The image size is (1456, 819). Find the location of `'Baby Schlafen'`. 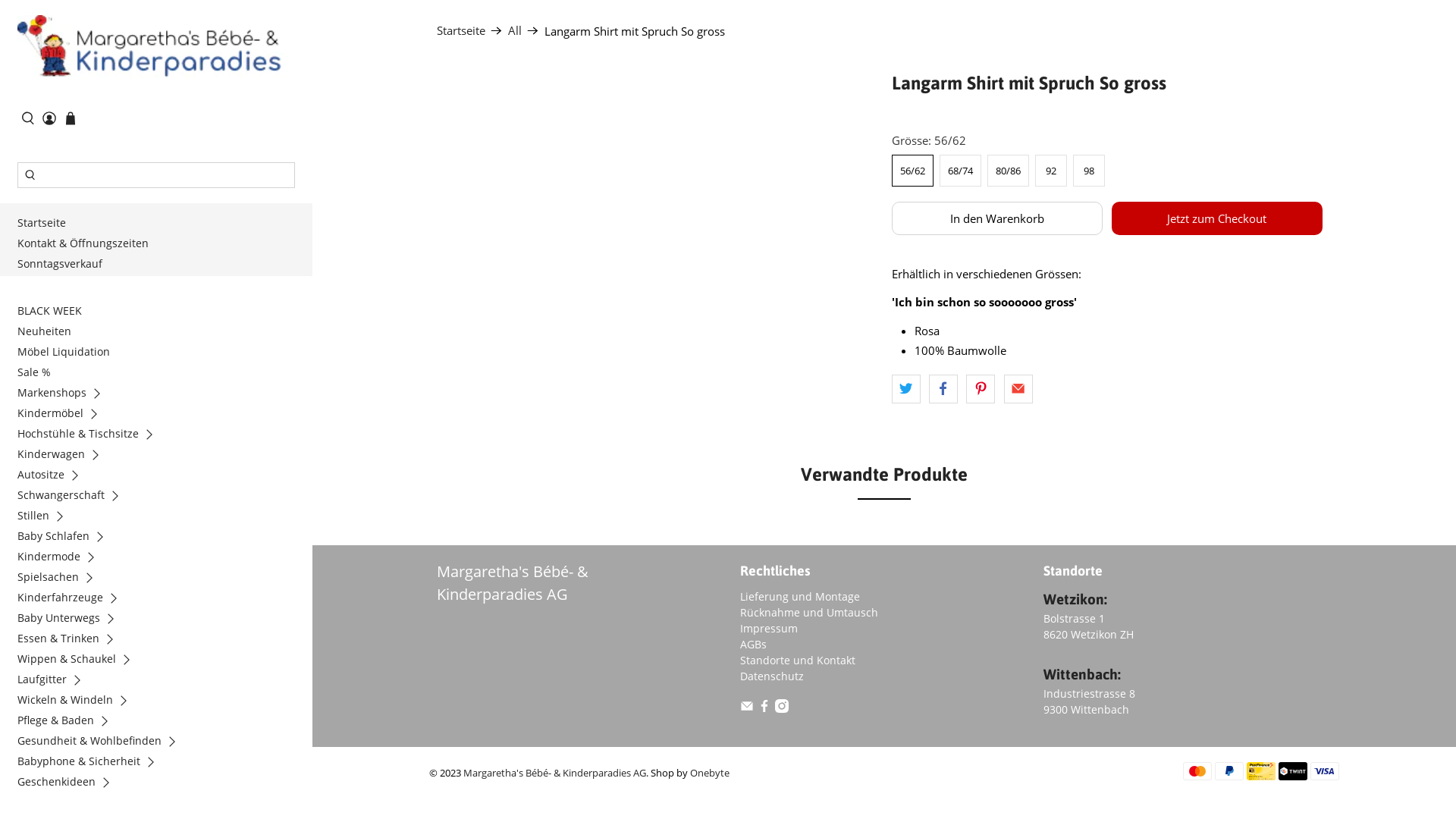

'Baby Schlafen' is located at coordinates (64, 537).